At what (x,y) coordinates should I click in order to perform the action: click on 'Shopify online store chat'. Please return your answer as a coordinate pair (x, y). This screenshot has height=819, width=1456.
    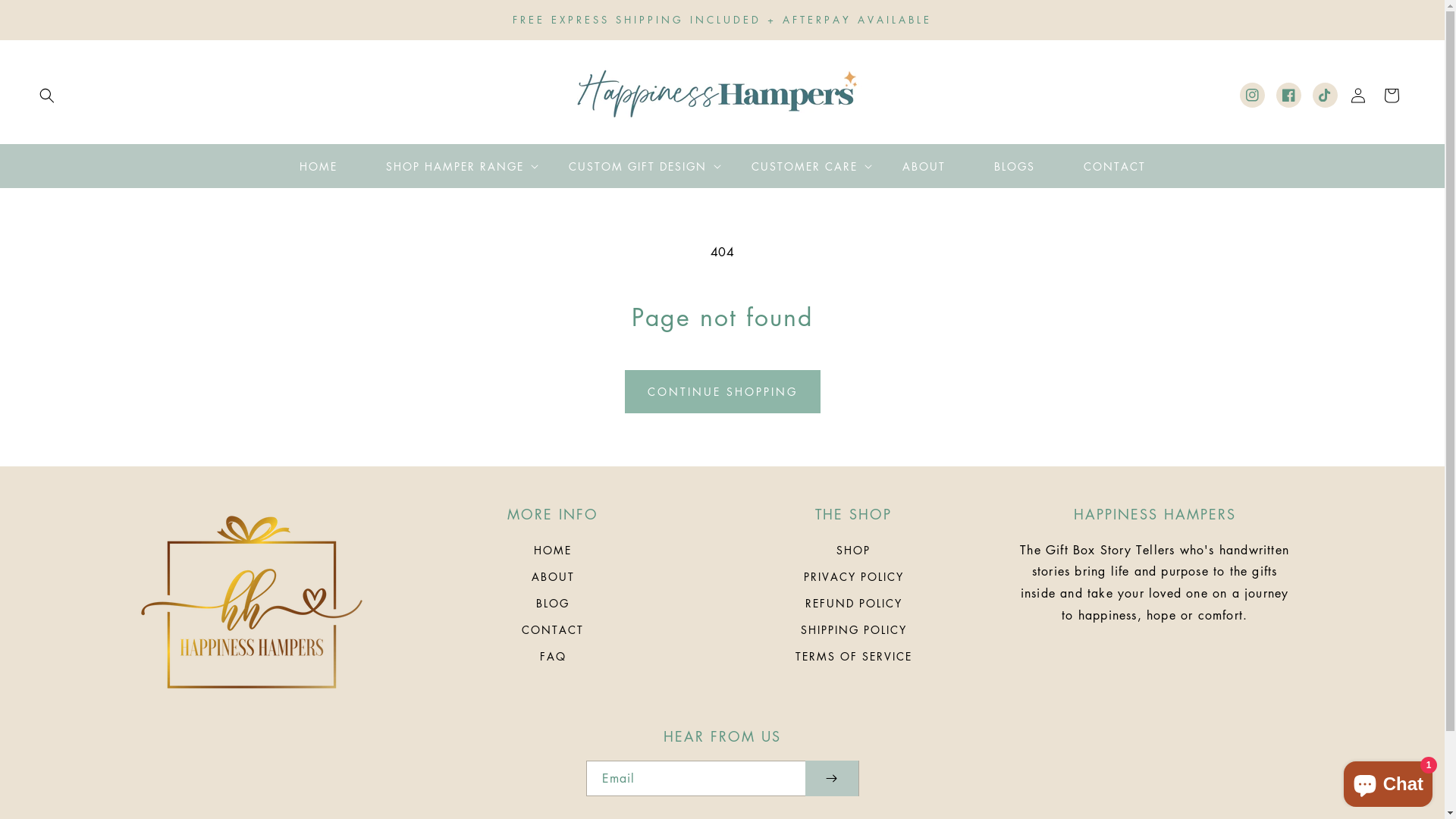
    Looking at the image, I should click on (1388, 780).